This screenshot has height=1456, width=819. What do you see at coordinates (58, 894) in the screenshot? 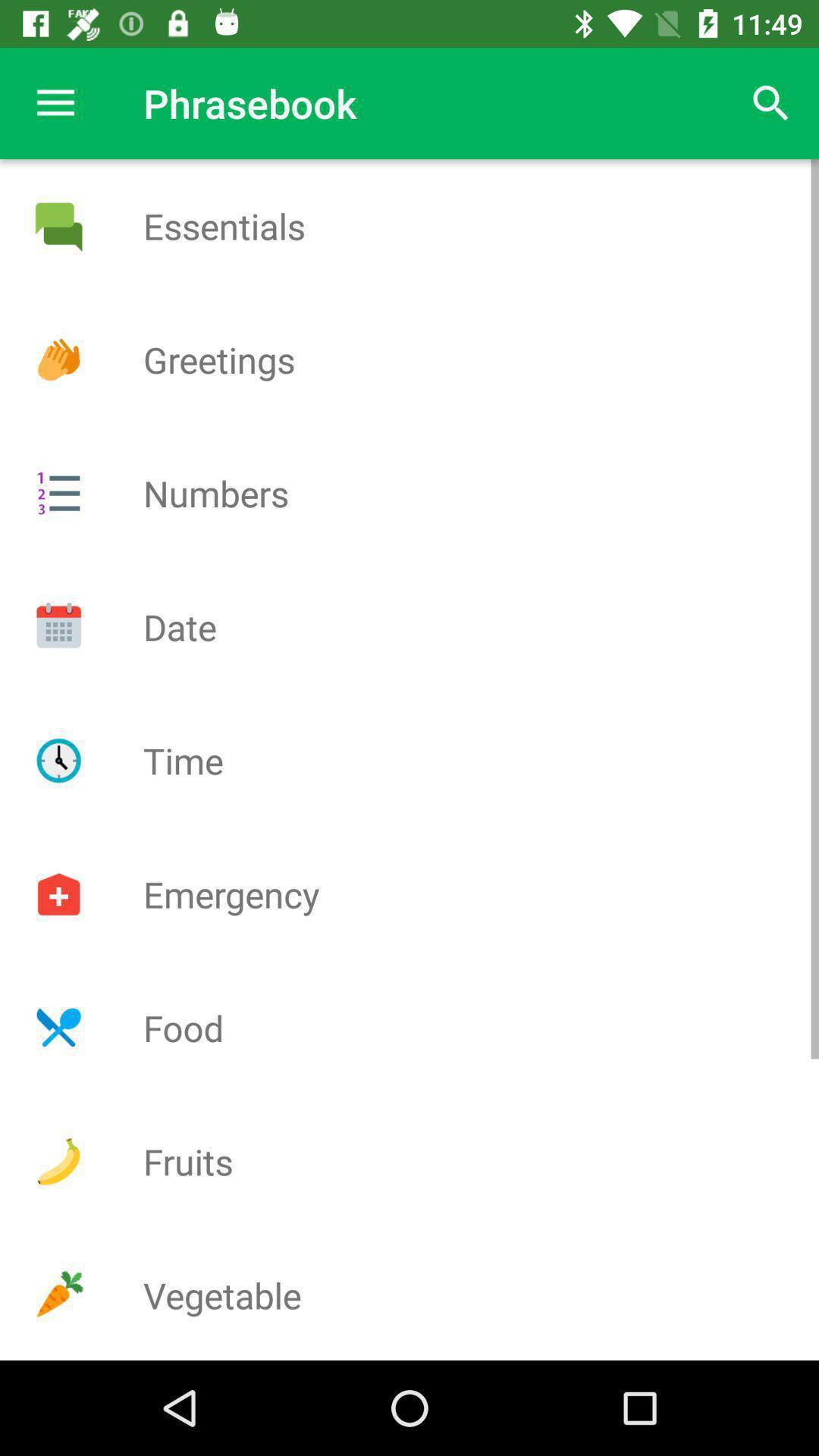
I see `emergency category` at bounding box center [58, 894].